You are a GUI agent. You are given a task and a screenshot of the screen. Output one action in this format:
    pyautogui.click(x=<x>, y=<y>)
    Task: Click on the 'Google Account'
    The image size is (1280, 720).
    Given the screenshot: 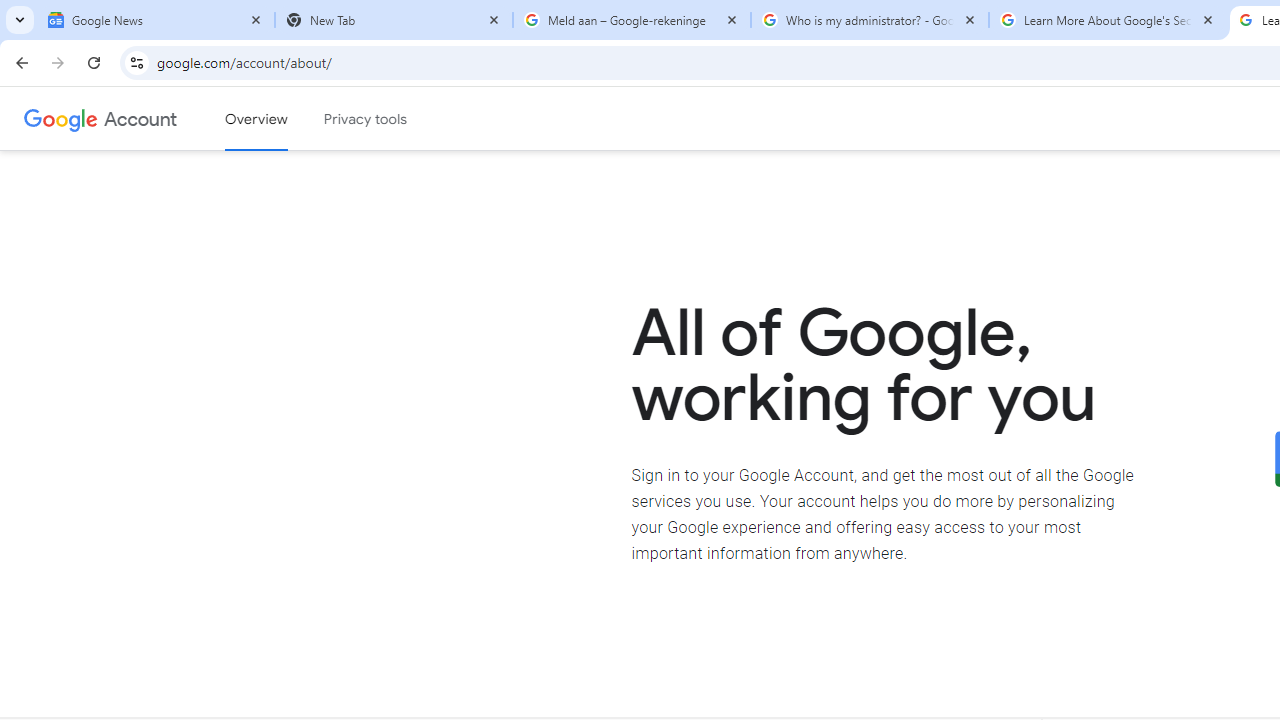 What is the action you would take?
    pyautogui.click(x=139, y=118)
    